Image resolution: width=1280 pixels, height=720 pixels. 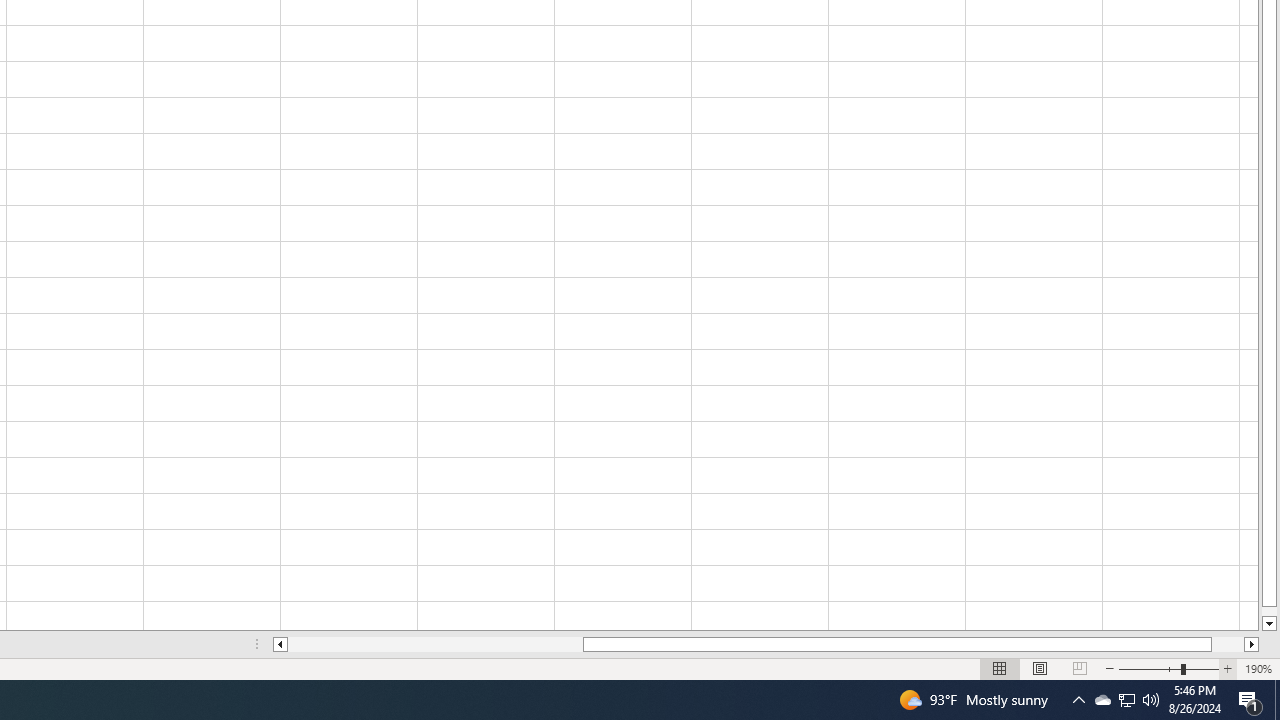 What do you see at coordinates (1268, 623) in the screenshot?
I see `'Line down'` at bounding box center [1268, 623].